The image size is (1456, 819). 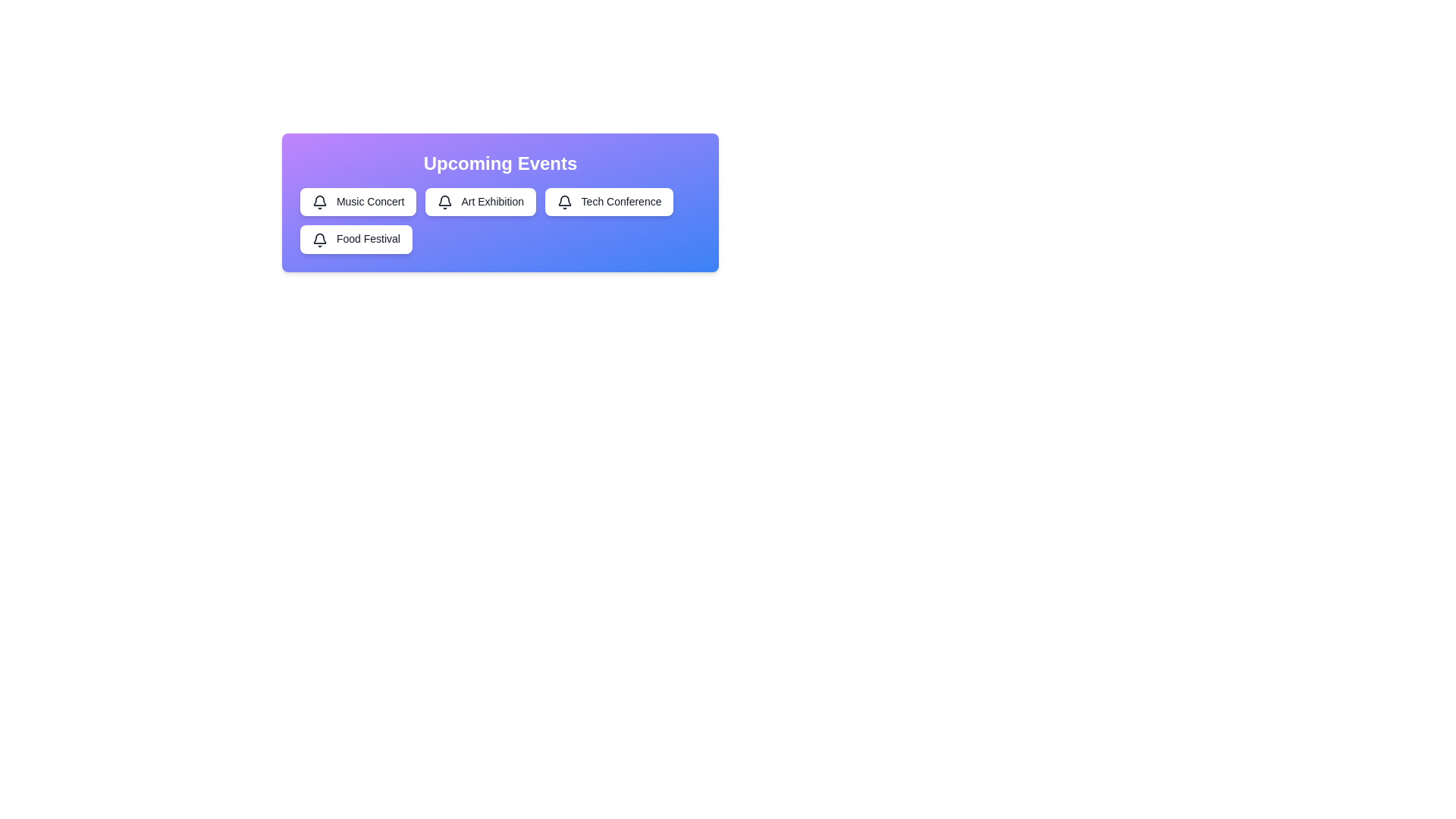 I want to click on the icon next to the event Art Exhibition, so click(x=444, y=201).